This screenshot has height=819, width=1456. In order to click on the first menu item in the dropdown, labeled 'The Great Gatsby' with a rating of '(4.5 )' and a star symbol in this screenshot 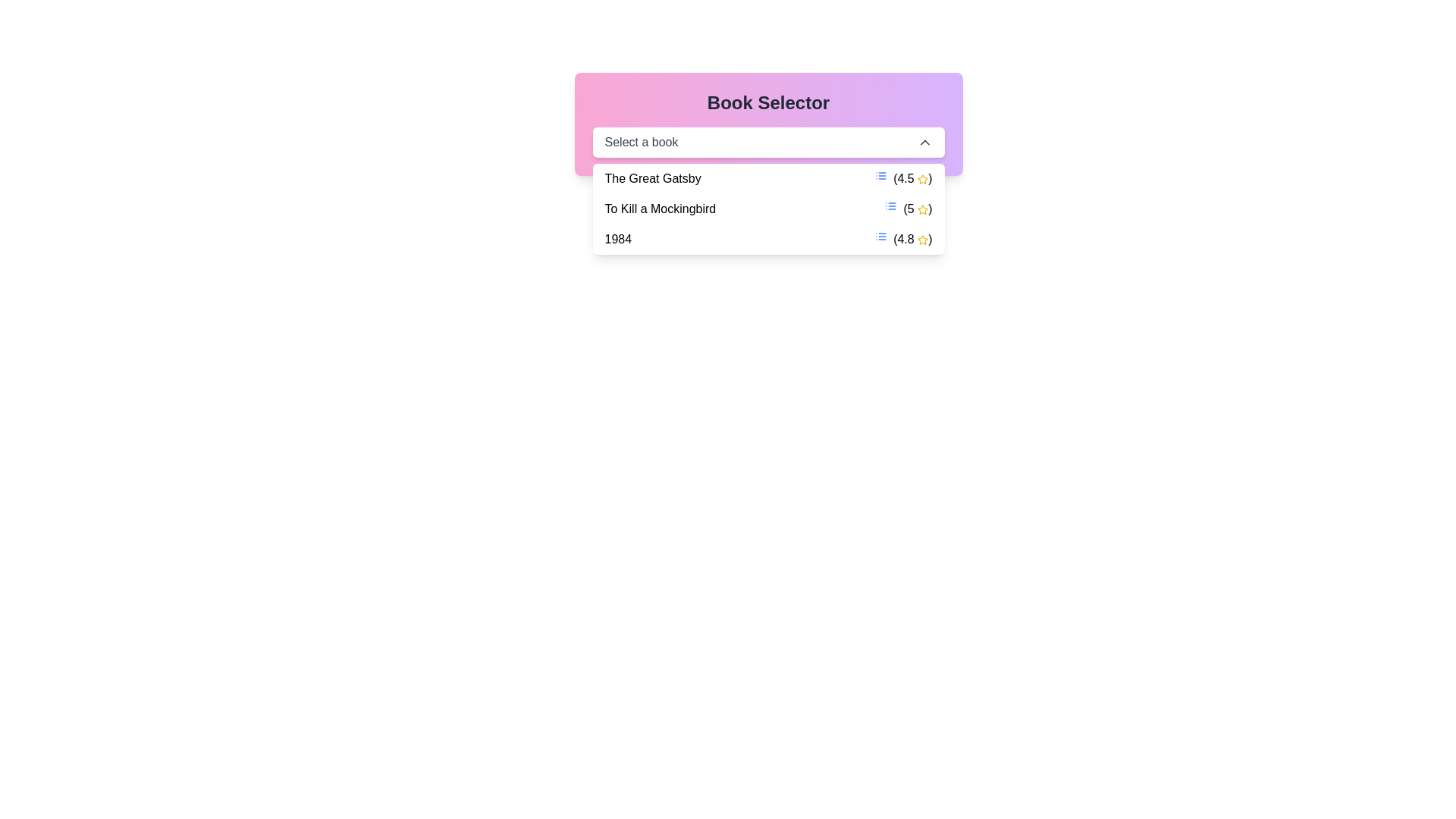, I will do `click(768, 177)`.